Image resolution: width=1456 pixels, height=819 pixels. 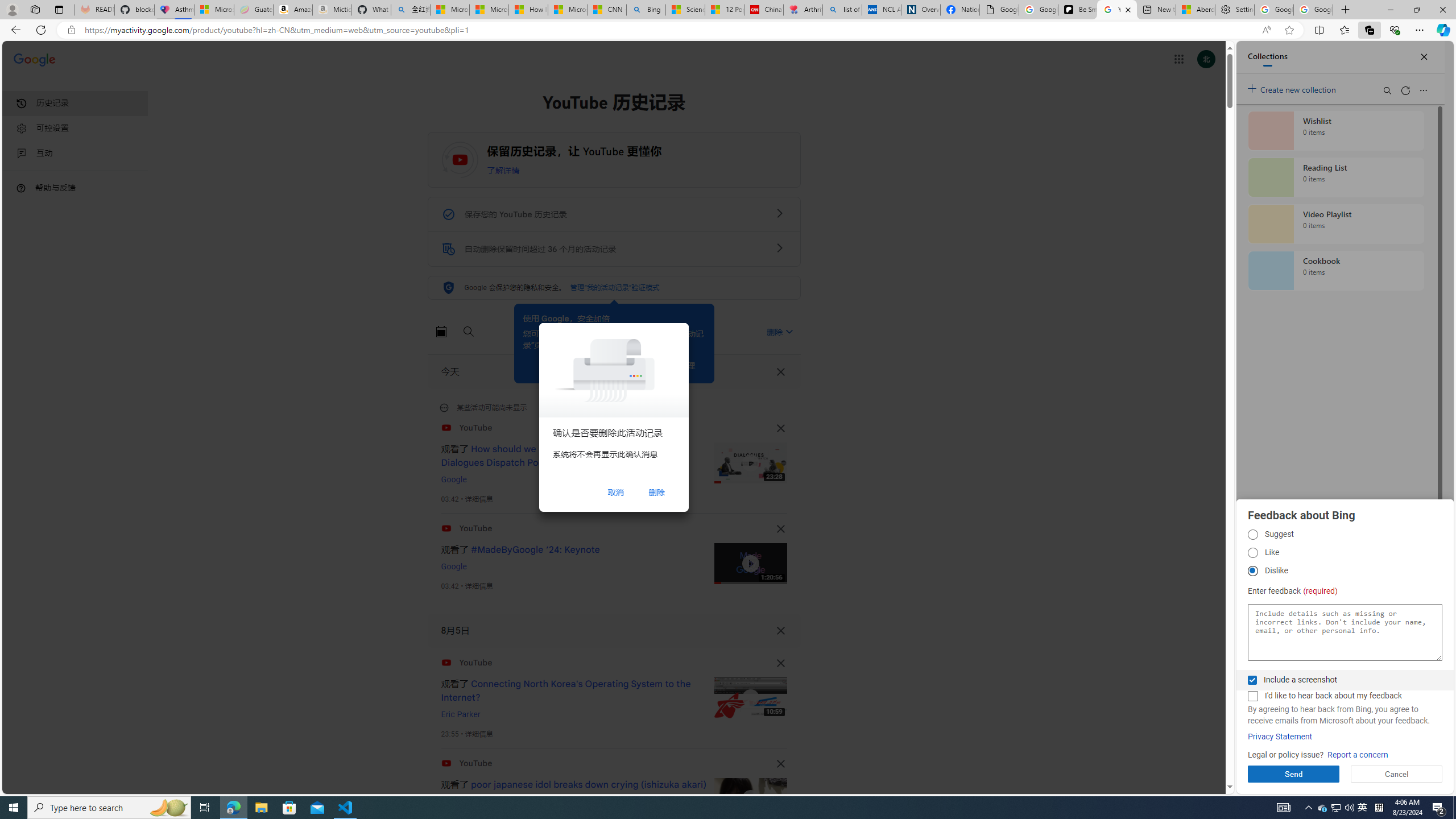 I want to click on 'Privacy Statement', so click(x=1280, y=737).